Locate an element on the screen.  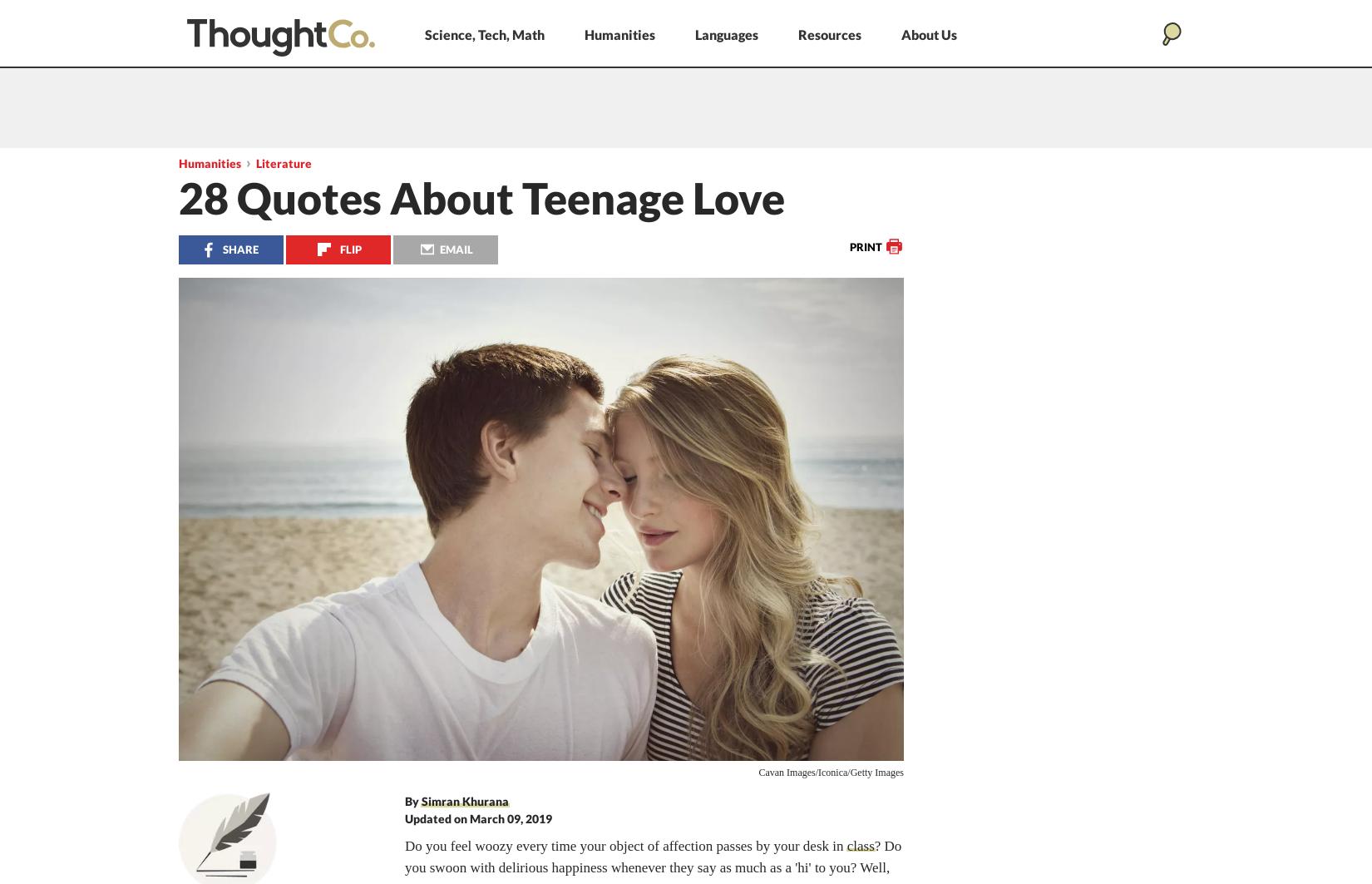
'28 Quotes About Teenage Love' is located at coordinates (481, 198).